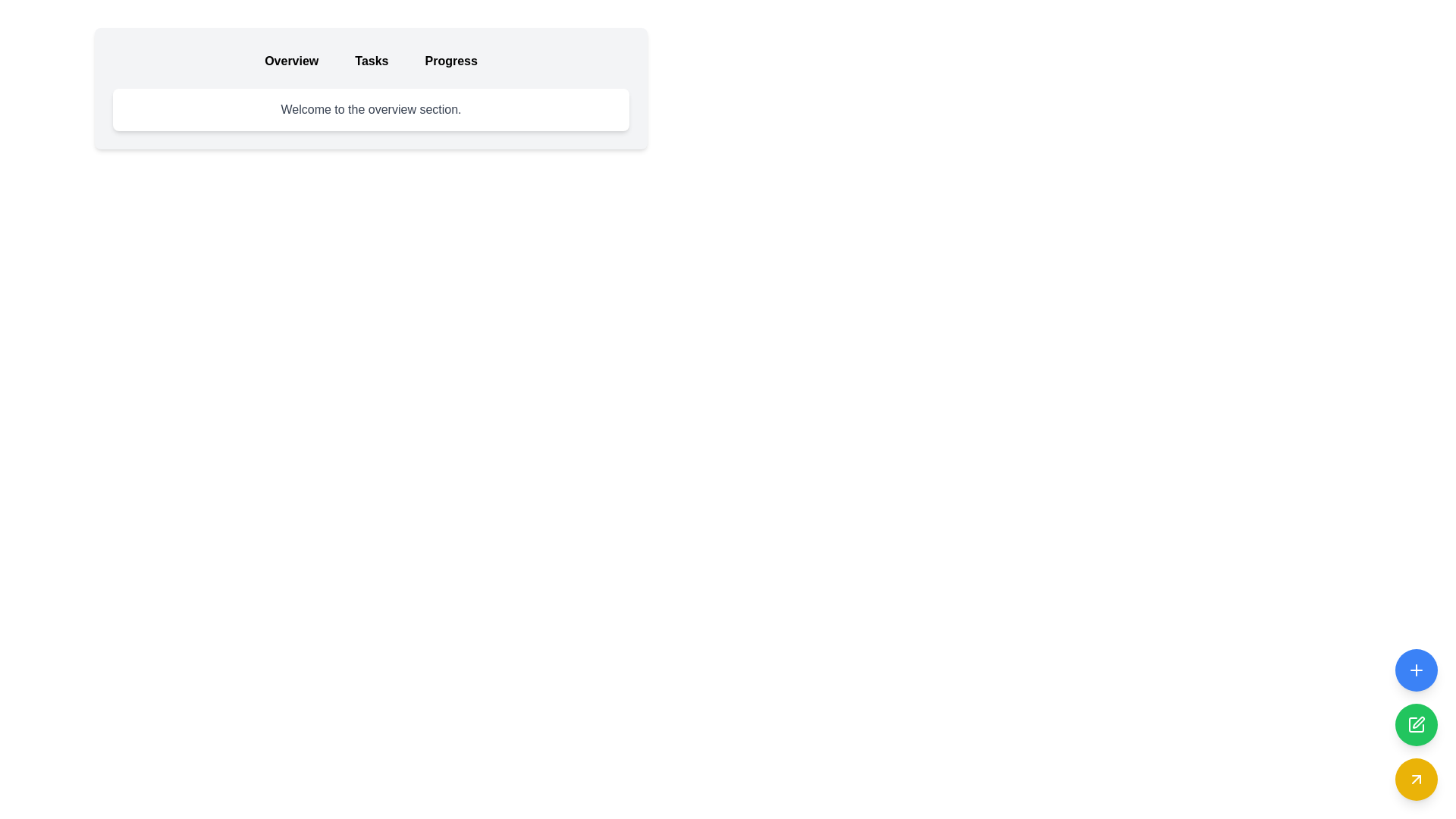 The width and height of the screenshot is (1456, 819). Describe the element at coordinates (1415, 724) in the screenshot. I see `the circular green button with a white outline of a pen symbol, located in the vertical stack of buttons at the bottom-right corner of the interface` at that location.